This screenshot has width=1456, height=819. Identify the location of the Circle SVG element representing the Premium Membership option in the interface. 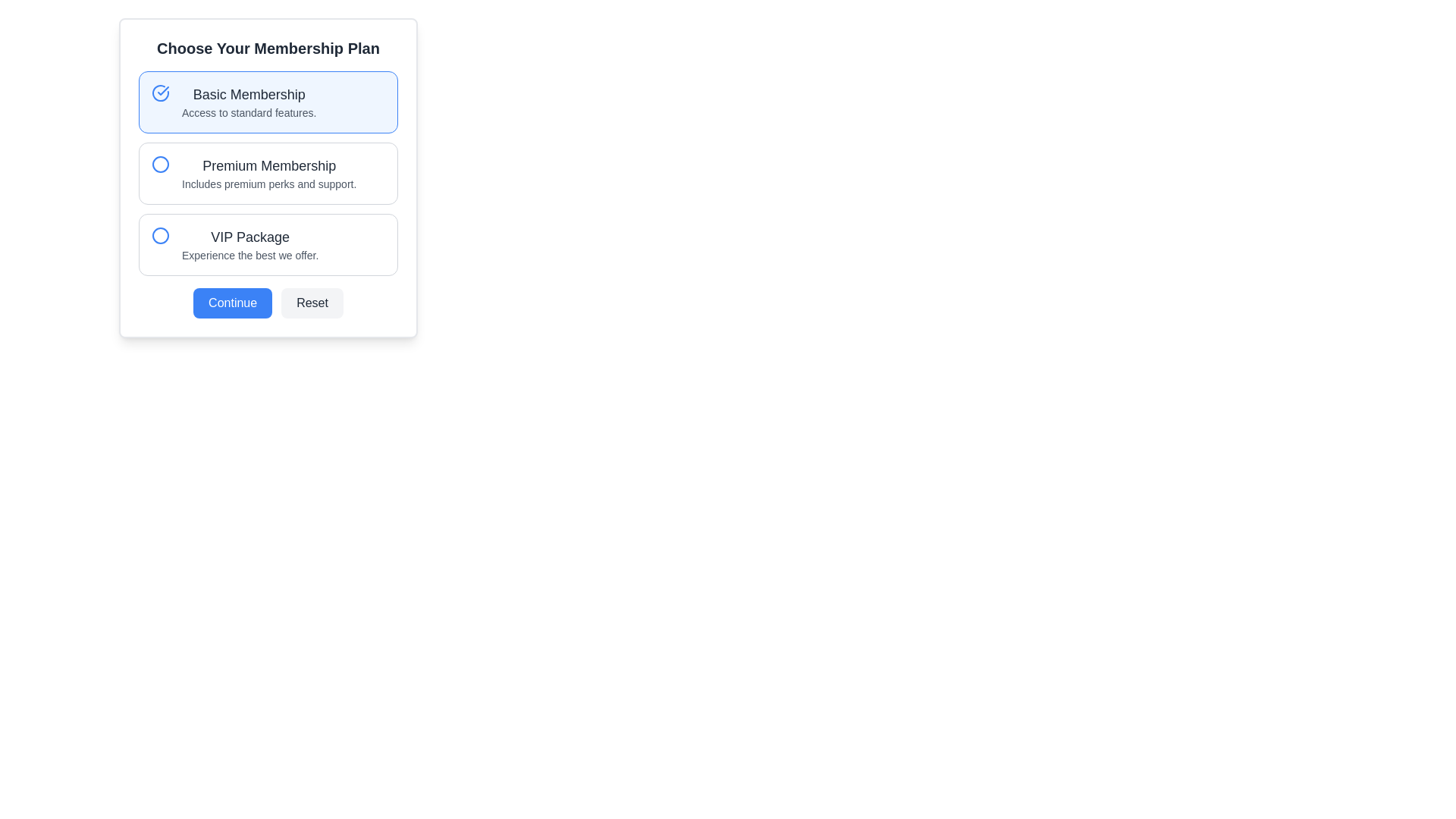
(160, 164).